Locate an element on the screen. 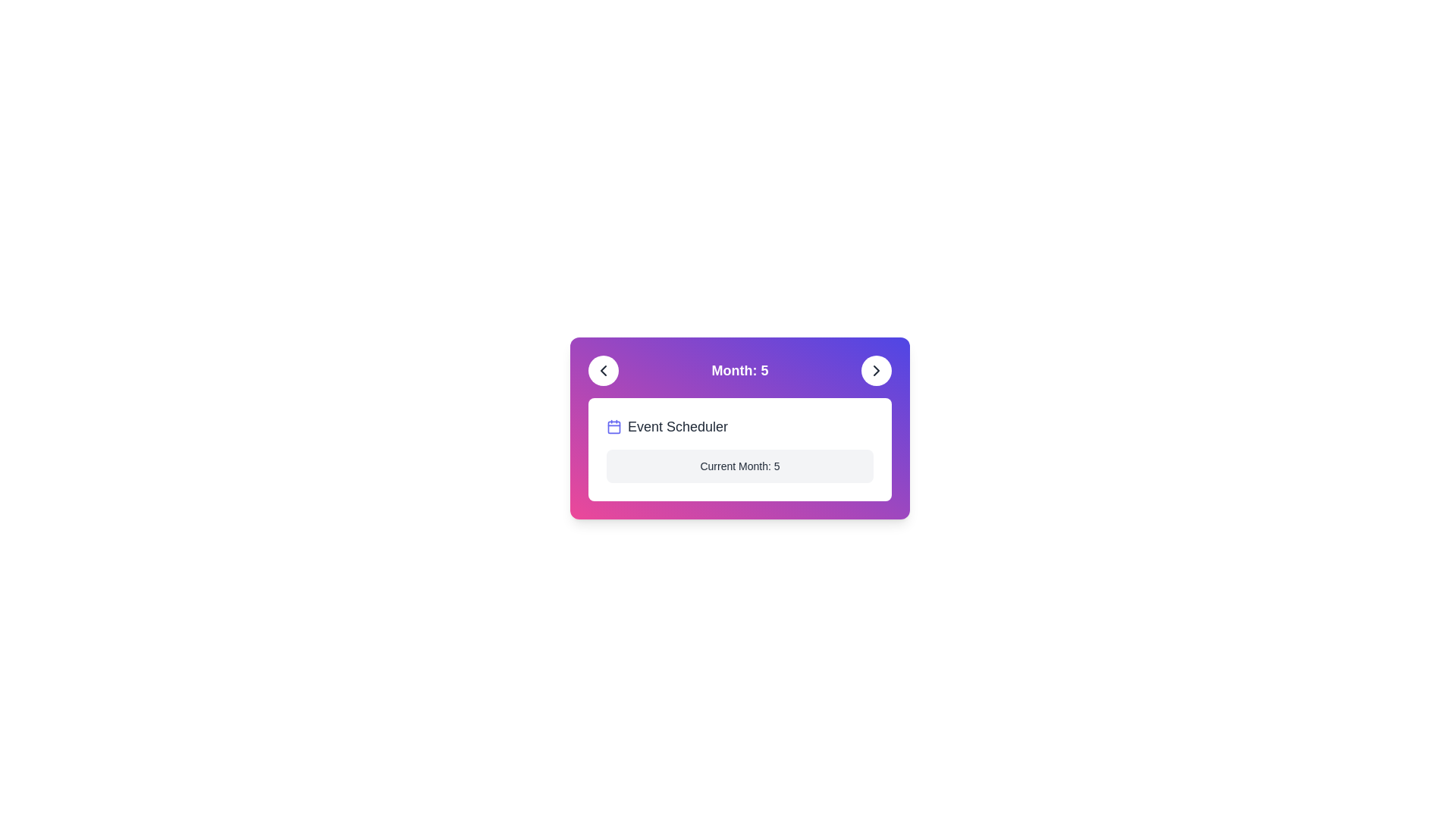 This screenshot has width=1456, height=819. the chevron right icon in the top-right corner of the primary card layout is located at coordinates (877, 371).